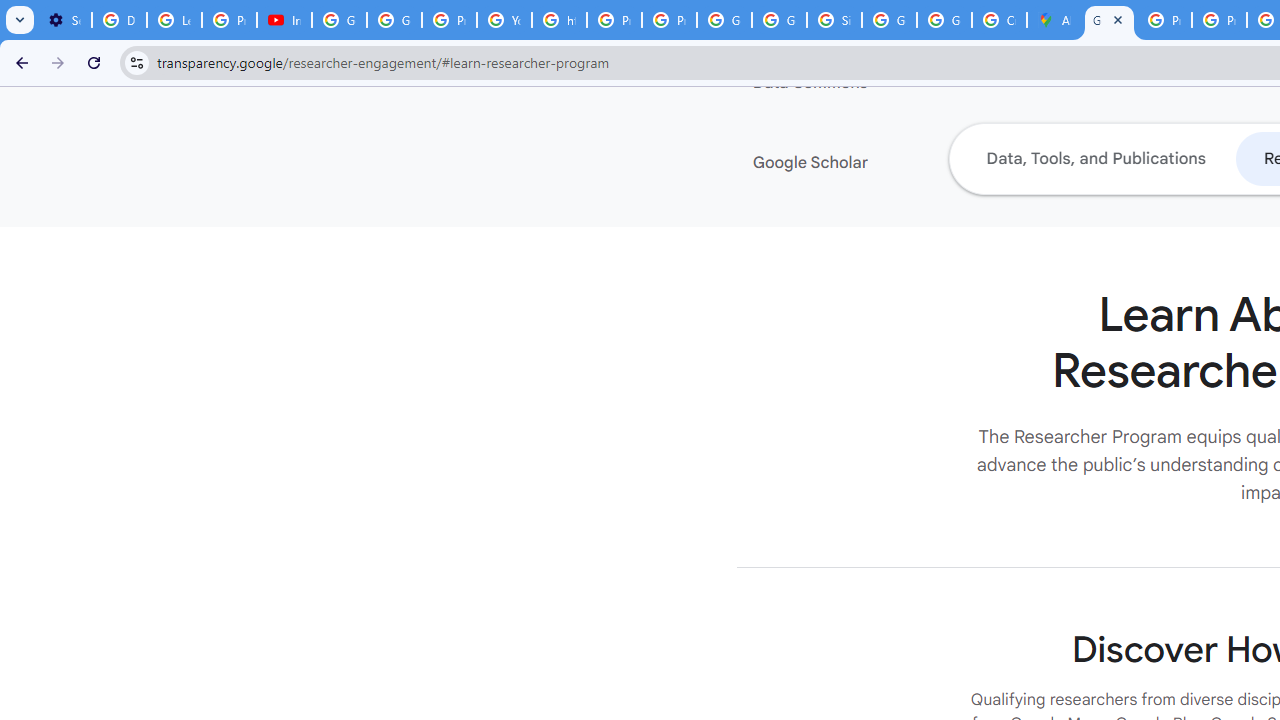 The width and height of the screenshot is (1280, 720). I want to click on 'Privacy Help Center - Policies Help', so click(1164, 20).